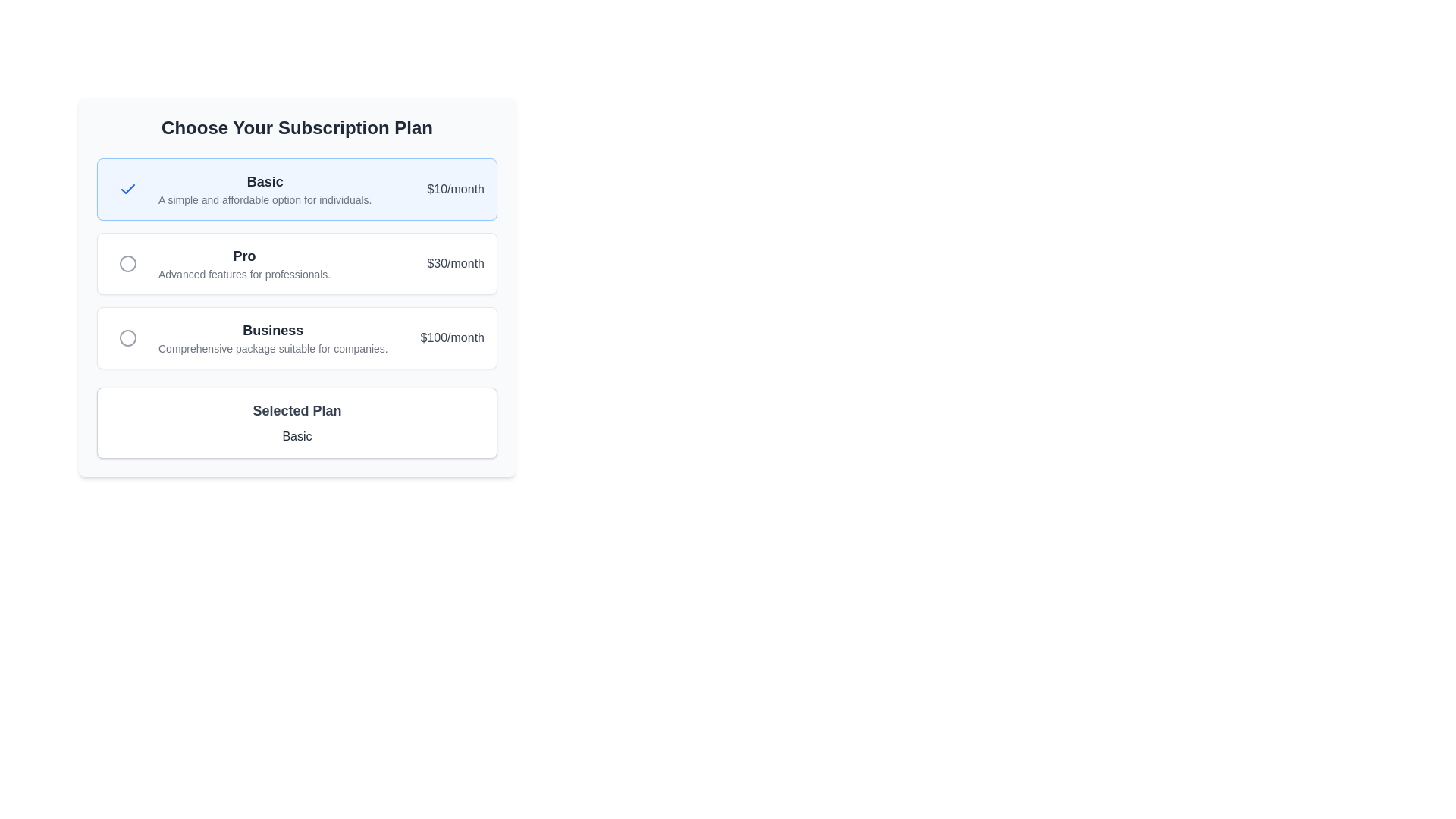 This screenshot has width=1456, height=819. What do you see at coordinates (297, 411) in the screenshot?
I see `the 'Selected Plan' text label, which is bold, dark gray, and larger than other text, located above 'Basic' in the 'Selected Plan Basic' box` at bounding box center [297, 411].